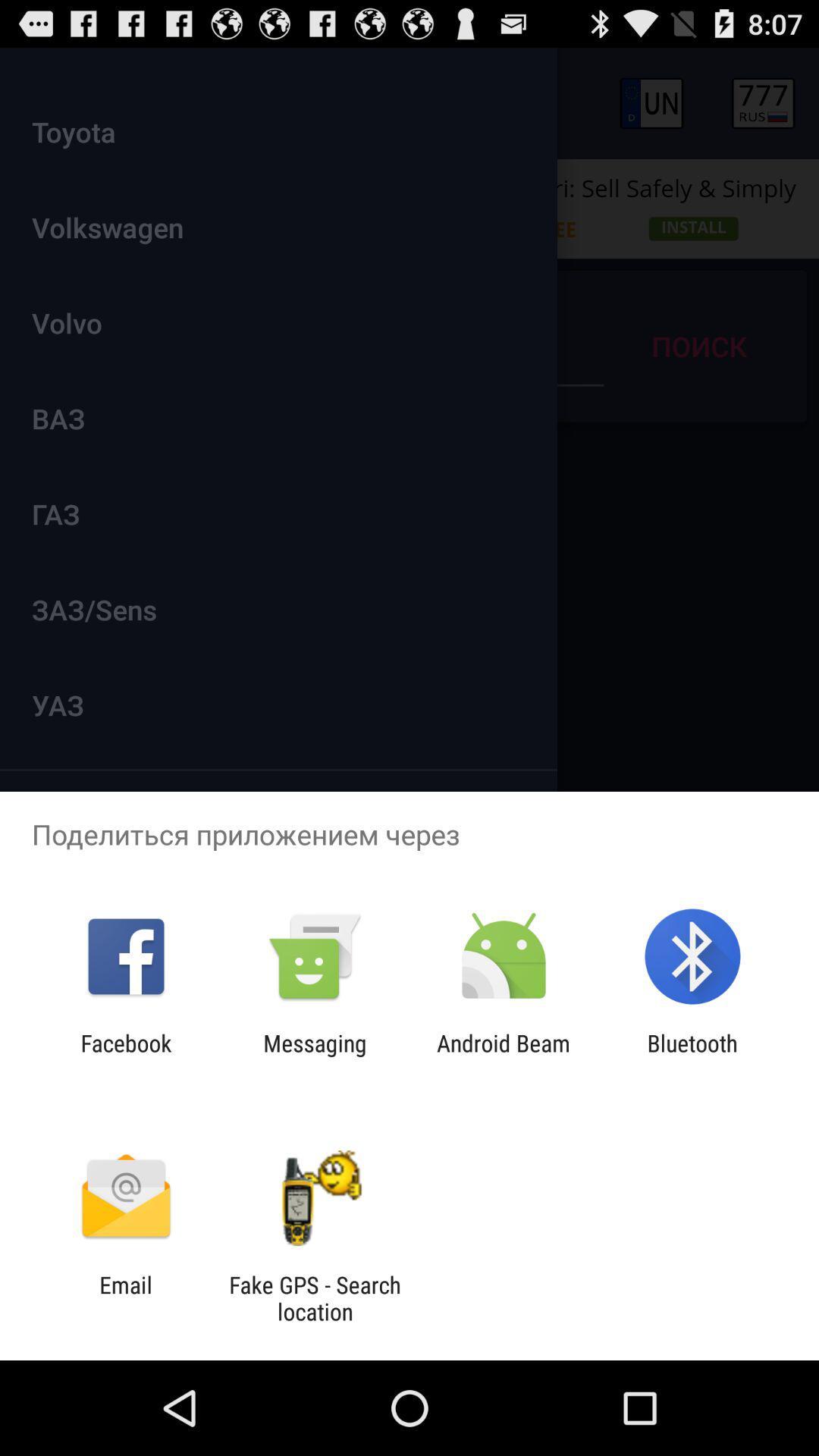  I want to click on the fake gps search item, so click(314, 1298).